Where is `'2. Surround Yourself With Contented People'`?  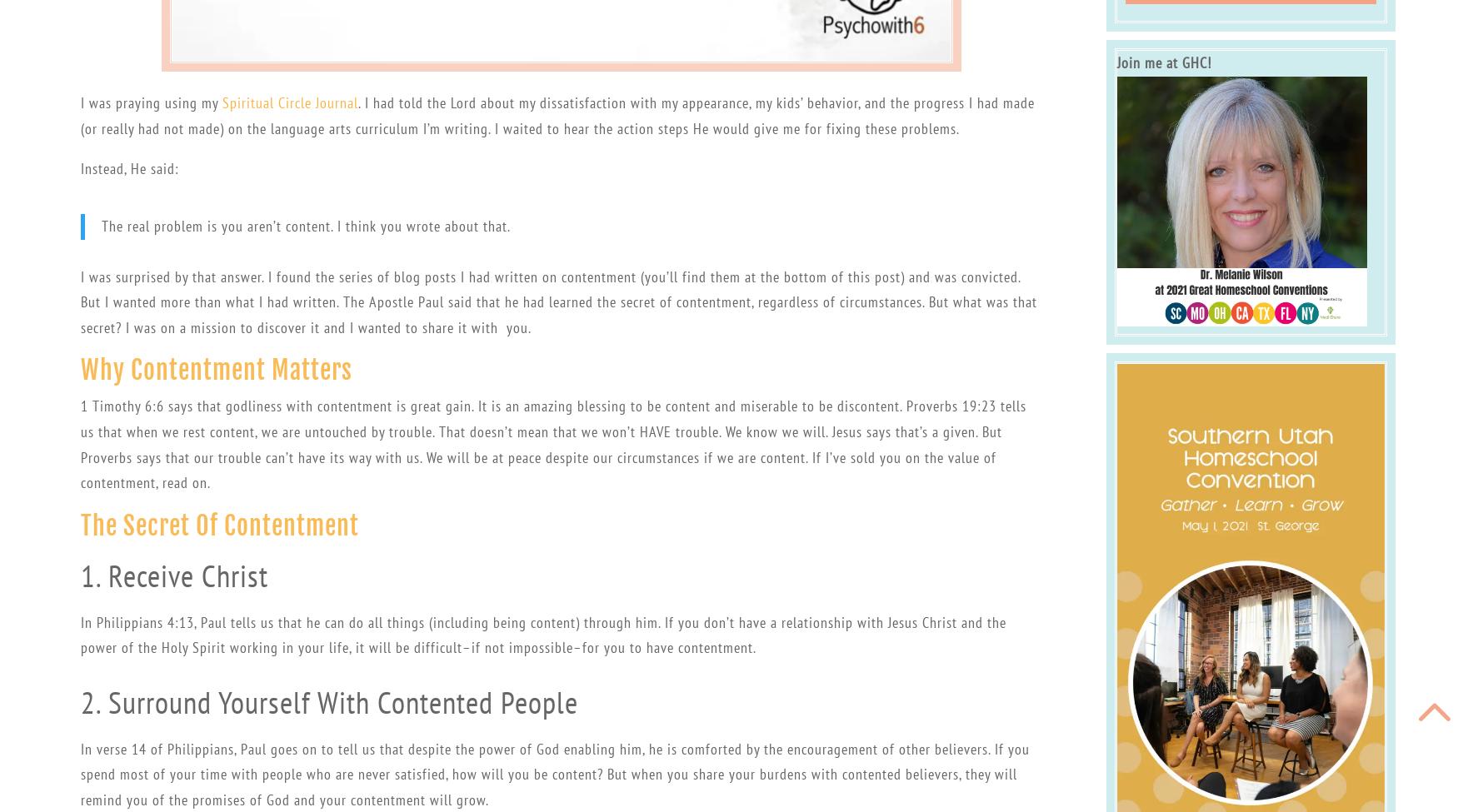
'2. Surround Yourself With Contented People' is located at coordinates (80, 701).